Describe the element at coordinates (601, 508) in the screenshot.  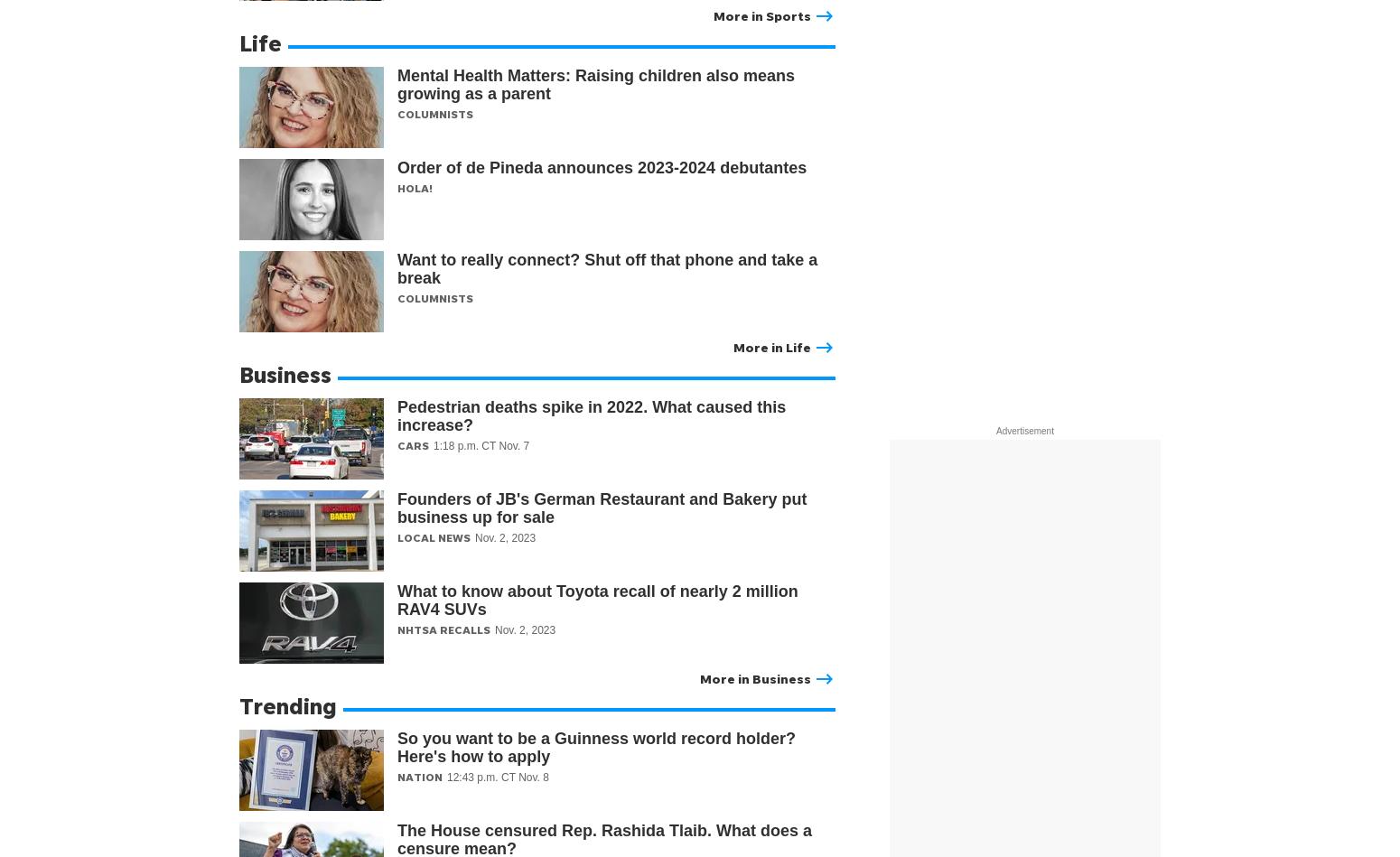
I see `'Founders of JB's German Restaurant and Bakery put business up for sale'` at that location.